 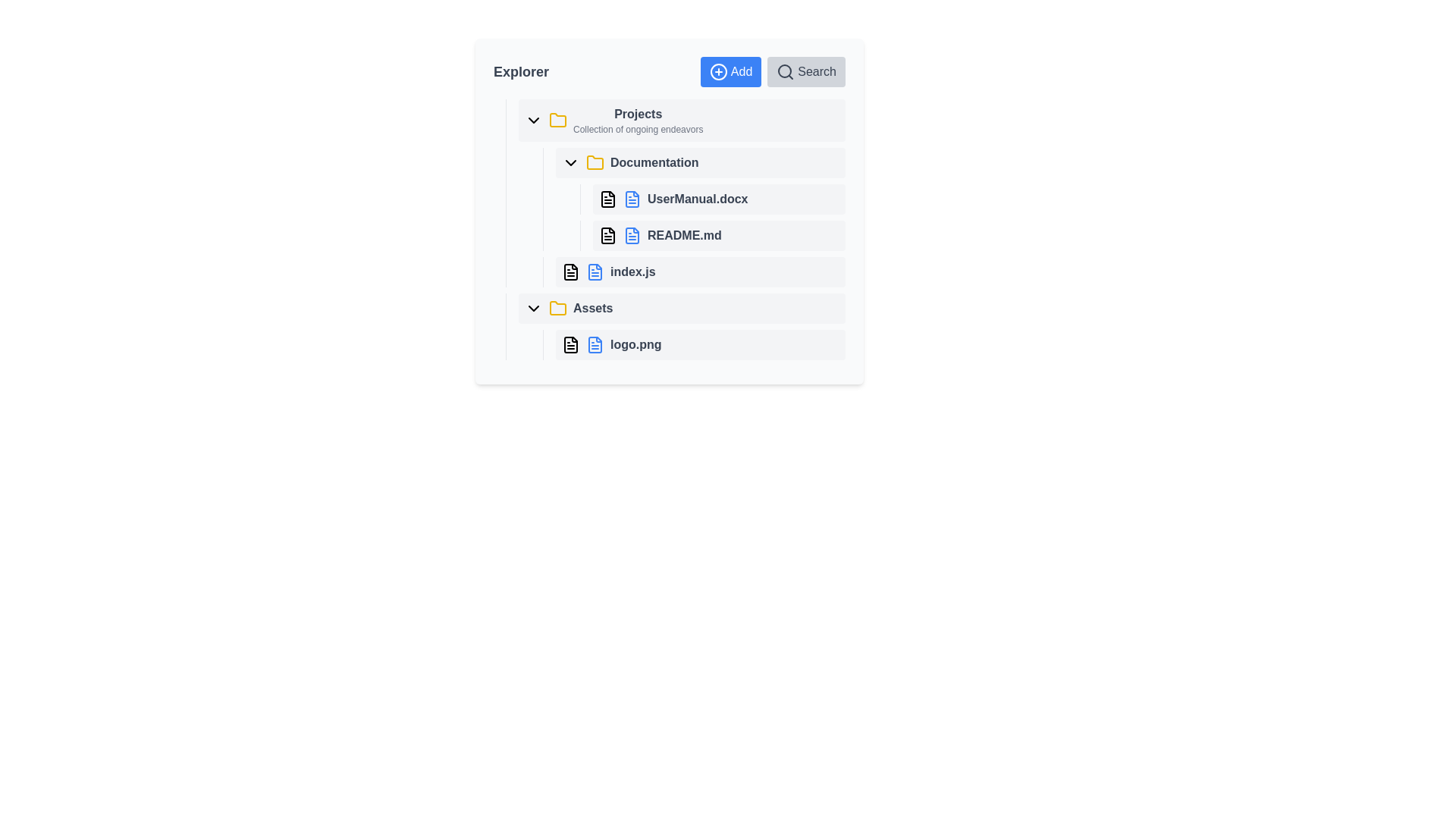 I want to click on the Chevron Icon located on the left side of the 'Assets' section, so click(x=534, y=308).